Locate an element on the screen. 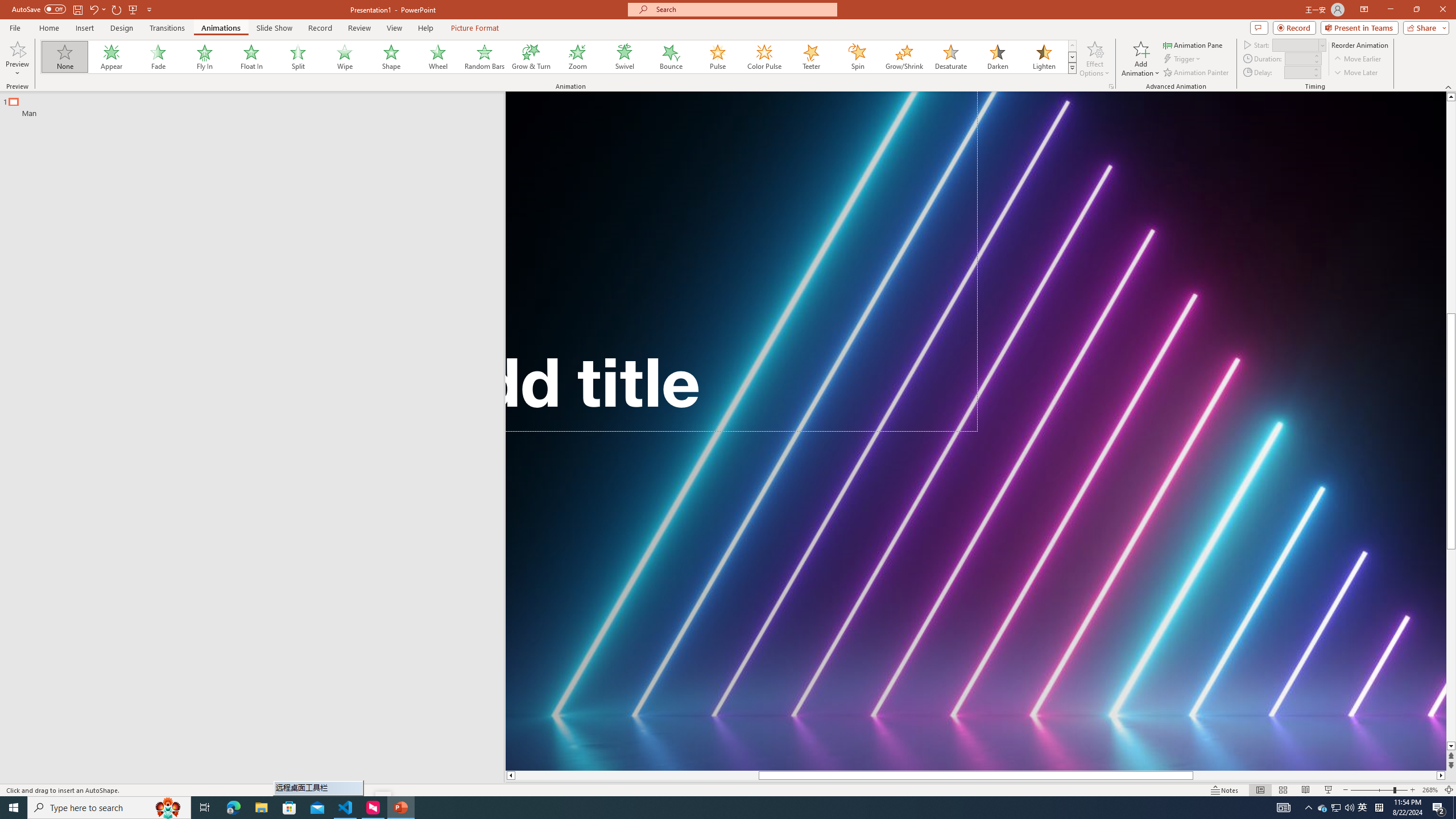 The height and width of the screenshot is (819, 1456). 'Appear' is located at coordinates (111, 56).